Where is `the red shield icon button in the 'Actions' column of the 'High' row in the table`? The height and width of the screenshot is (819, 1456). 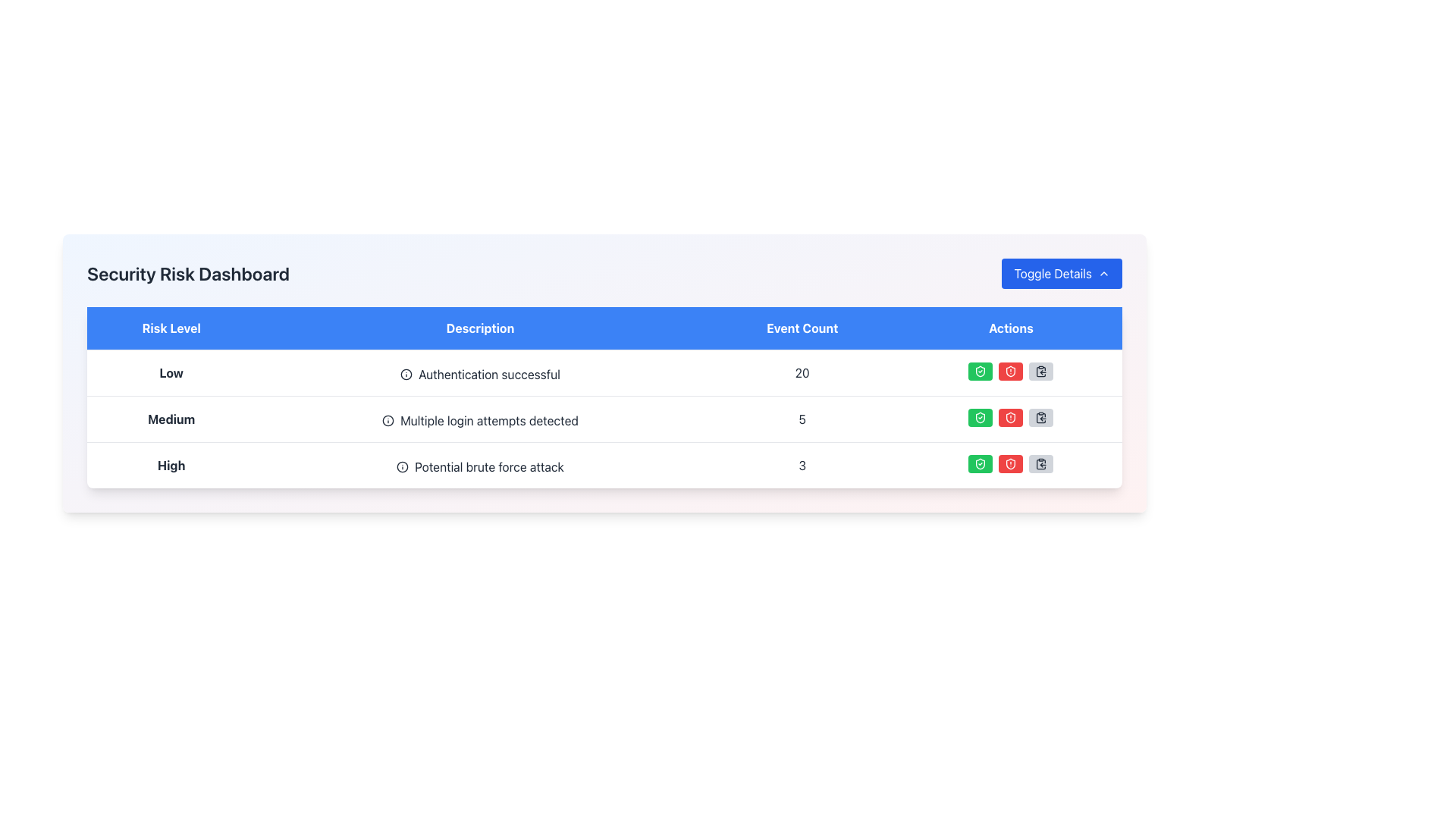 the red shield icon button in the 'Actions' column of the 'High' row in the table is located at coordinates (1011, 463).